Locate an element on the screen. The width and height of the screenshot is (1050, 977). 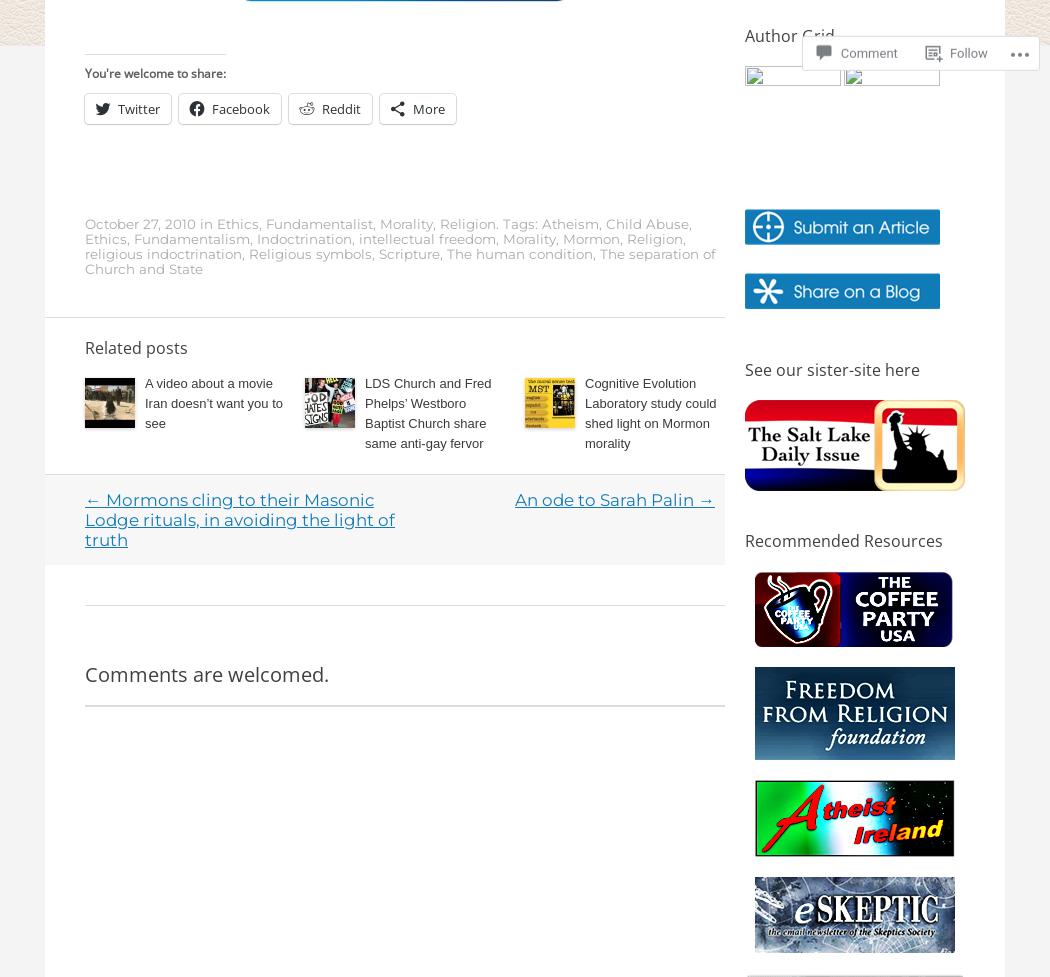
'in' is located at coordinates (195, 223).